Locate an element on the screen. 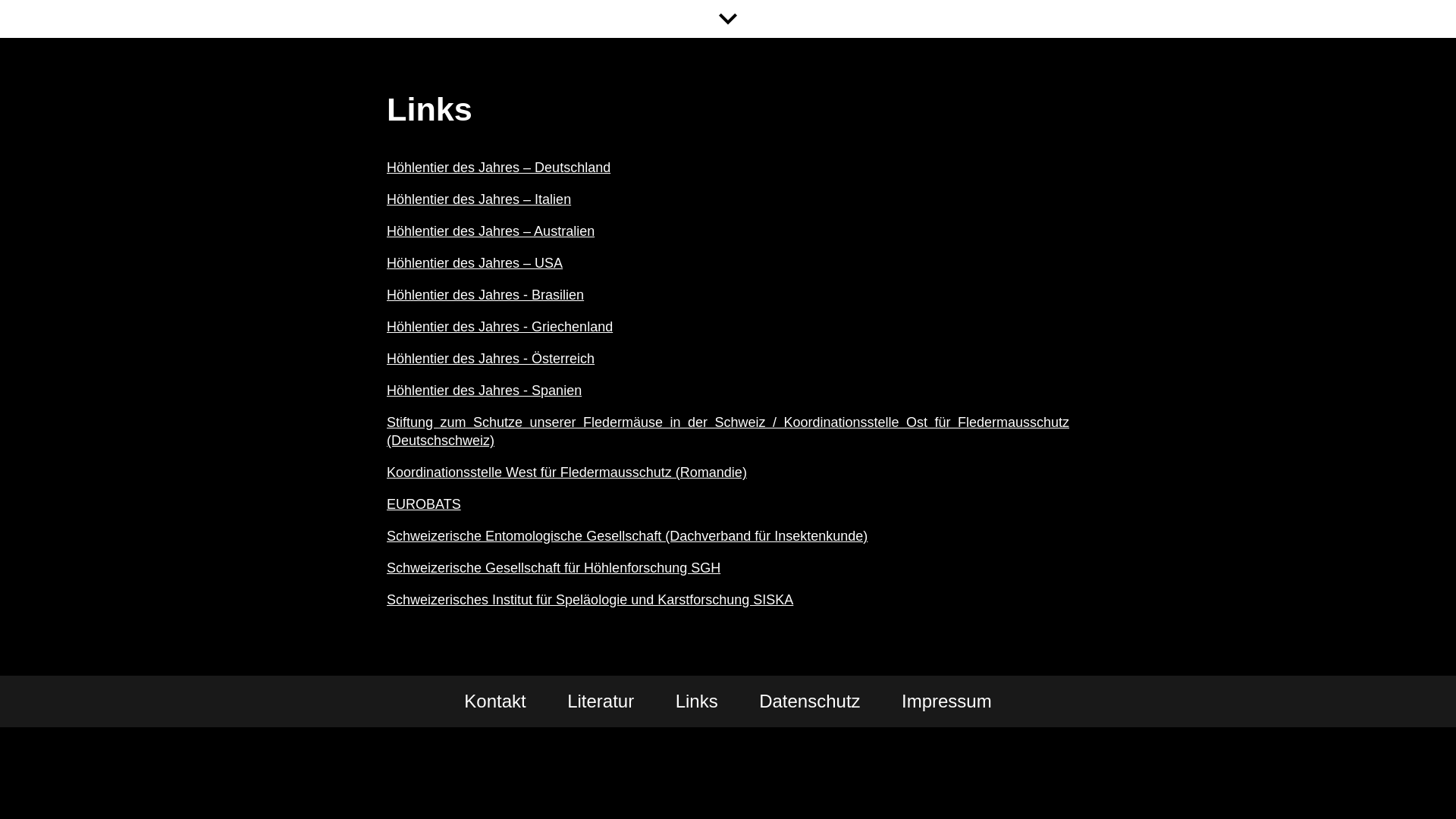  'Links' is located at coordinates (695, 701).